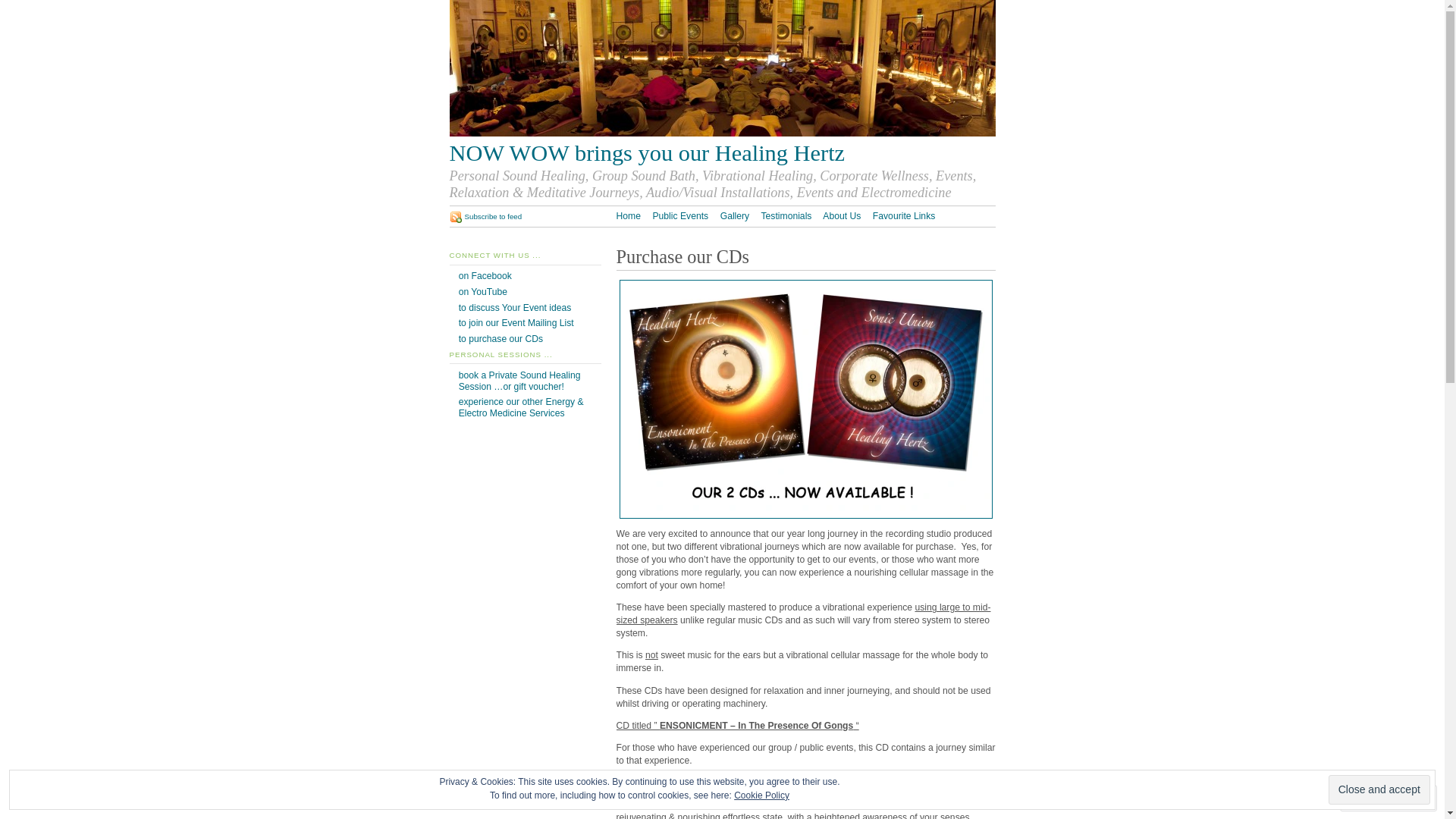 This screenshot has width=1456, height=819. What do you see at coordinates (734, 795) in the screenshot?
I see `'Cookie Policy'` at bounding box center [734, 795].